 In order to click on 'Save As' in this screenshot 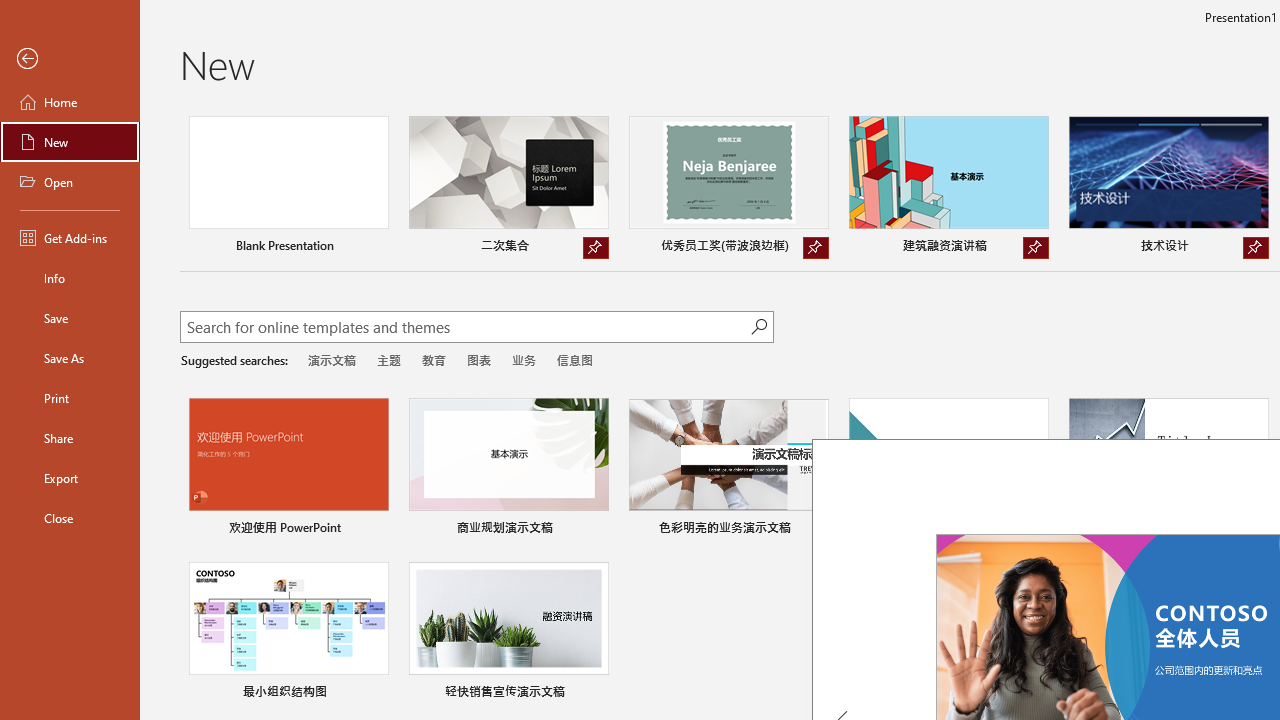, I will do `click(69, 356)`.